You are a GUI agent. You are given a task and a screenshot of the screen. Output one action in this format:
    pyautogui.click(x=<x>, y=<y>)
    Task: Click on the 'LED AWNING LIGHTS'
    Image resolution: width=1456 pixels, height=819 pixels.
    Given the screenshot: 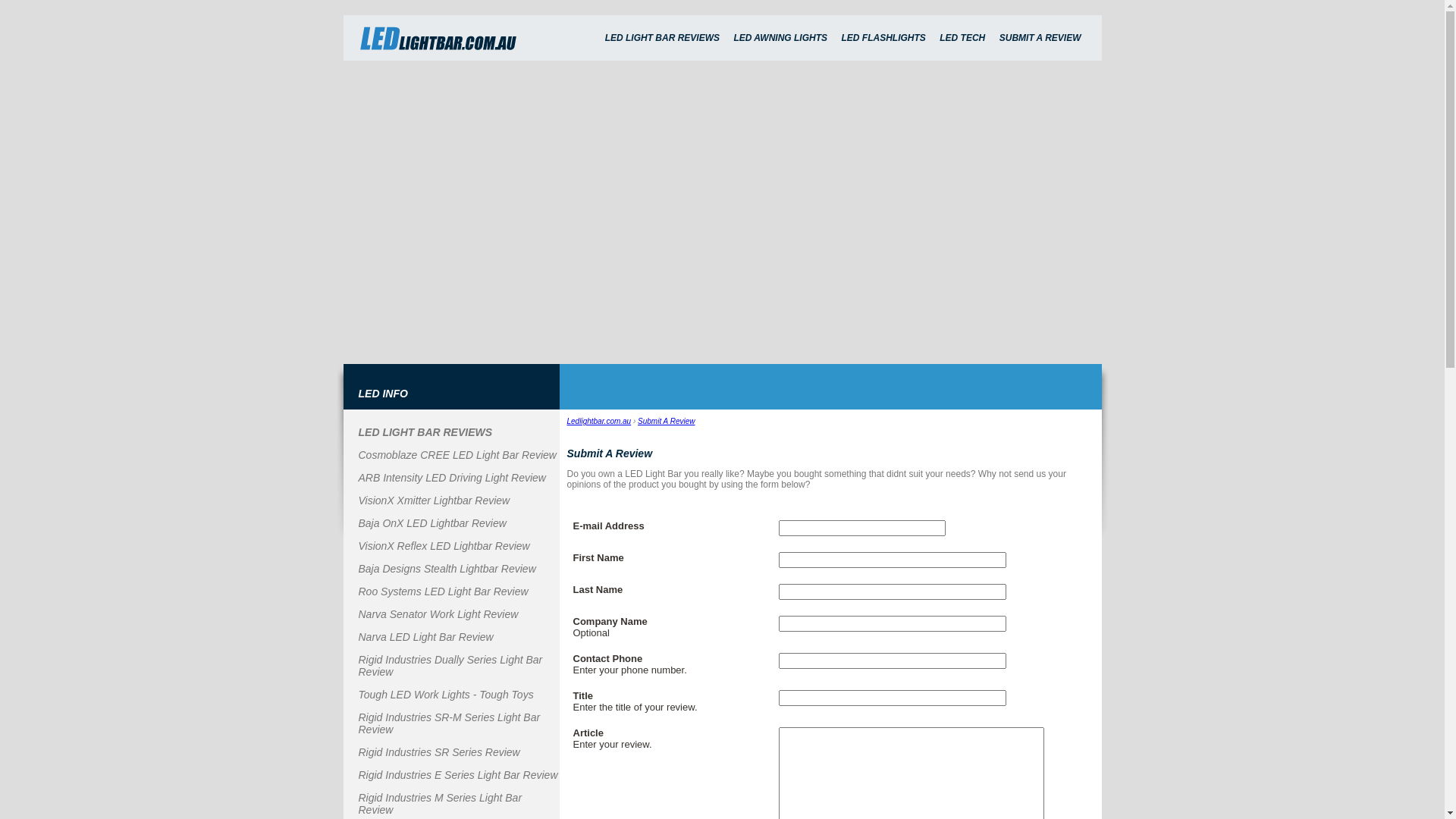 What is the action you would take?
    pyautogui.click(x=780, y=37)
    